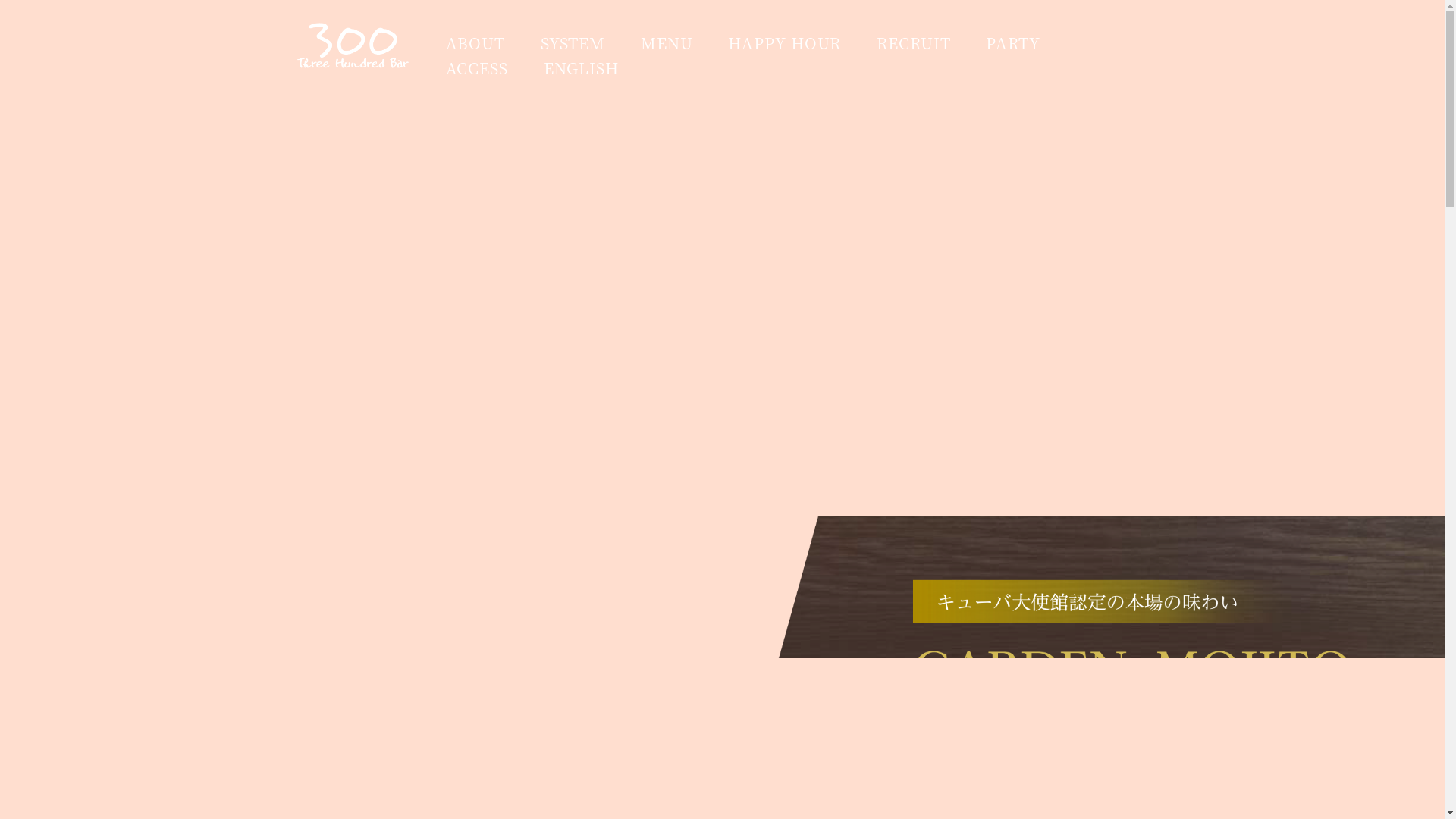 The height and width of the screenshot is (819, 1456). I want to click on 'ABOUT', so click(475, 42).